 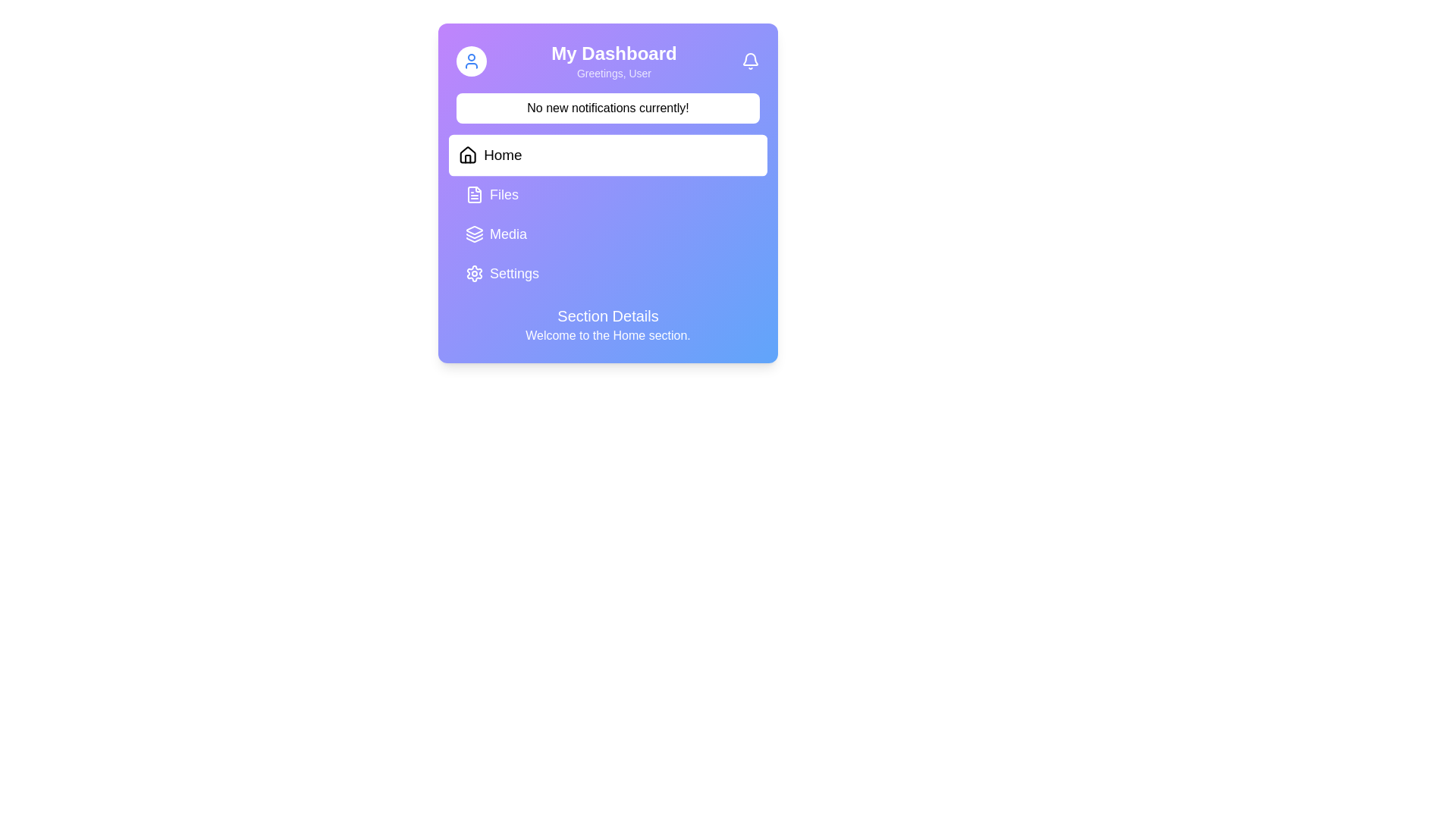 What do you see at coordinates (467, 155) in the screenshot?
I see `the house outline icon, which is part of the home section in the vertical menu located within a card-like interface` at bounding box center [467, 155].